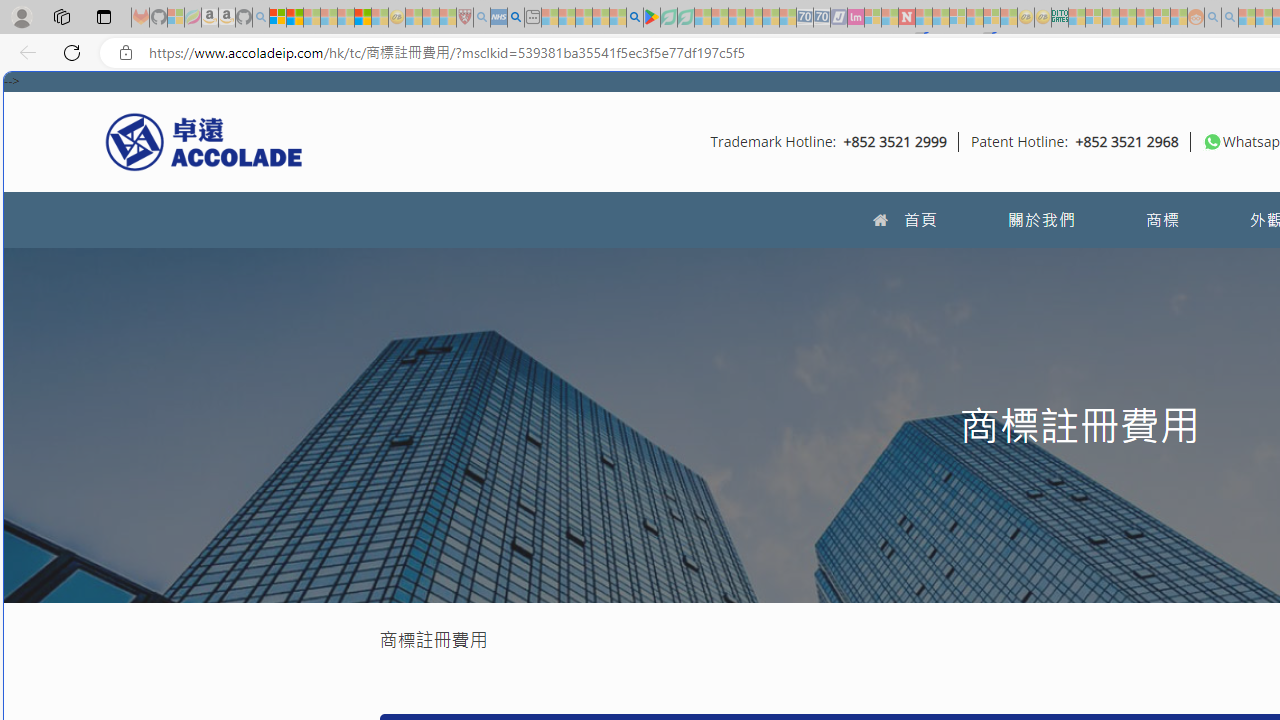  I want to click on 'To get missing image descriptions, open the context menu.', so click(1211, 140).